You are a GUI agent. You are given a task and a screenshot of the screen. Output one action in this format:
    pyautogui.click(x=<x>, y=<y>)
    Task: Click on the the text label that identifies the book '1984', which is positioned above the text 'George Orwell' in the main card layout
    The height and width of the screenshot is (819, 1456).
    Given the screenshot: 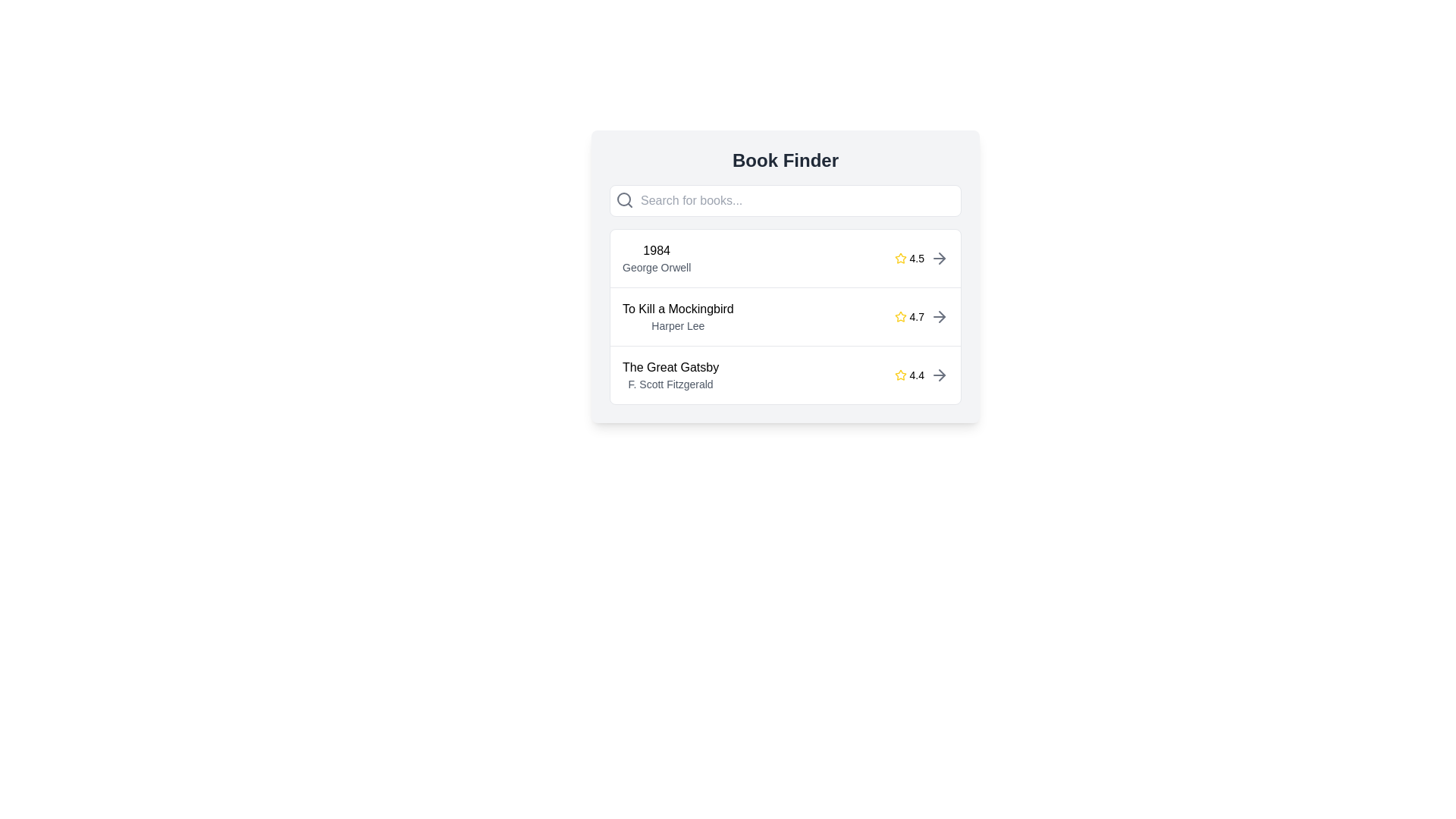 What is the action you would take?
    pyautogui.click(x=657, y=250)
    